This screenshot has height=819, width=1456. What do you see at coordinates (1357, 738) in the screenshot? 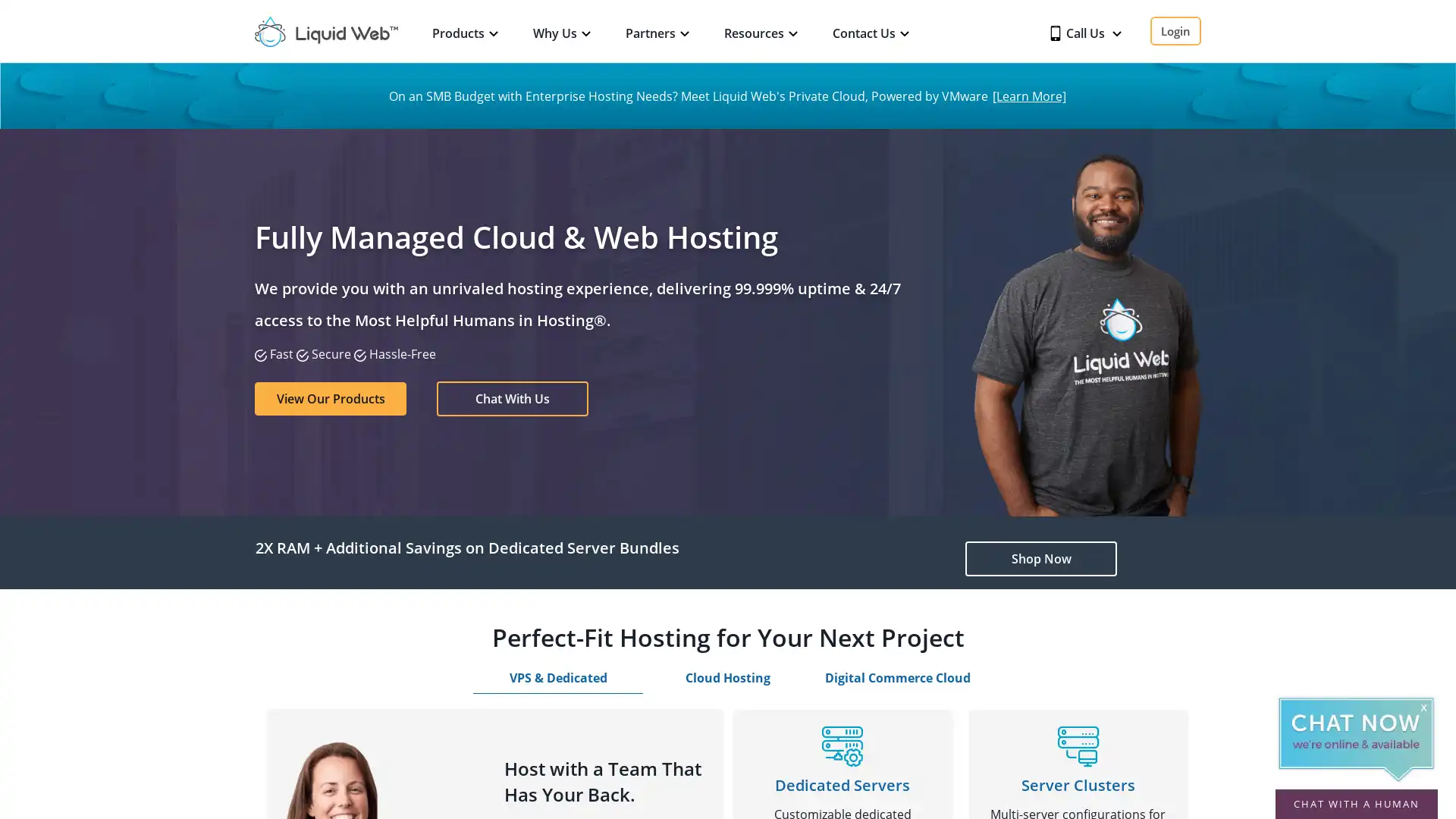
I see `Chat Now` at bounding box center [1357, 738].